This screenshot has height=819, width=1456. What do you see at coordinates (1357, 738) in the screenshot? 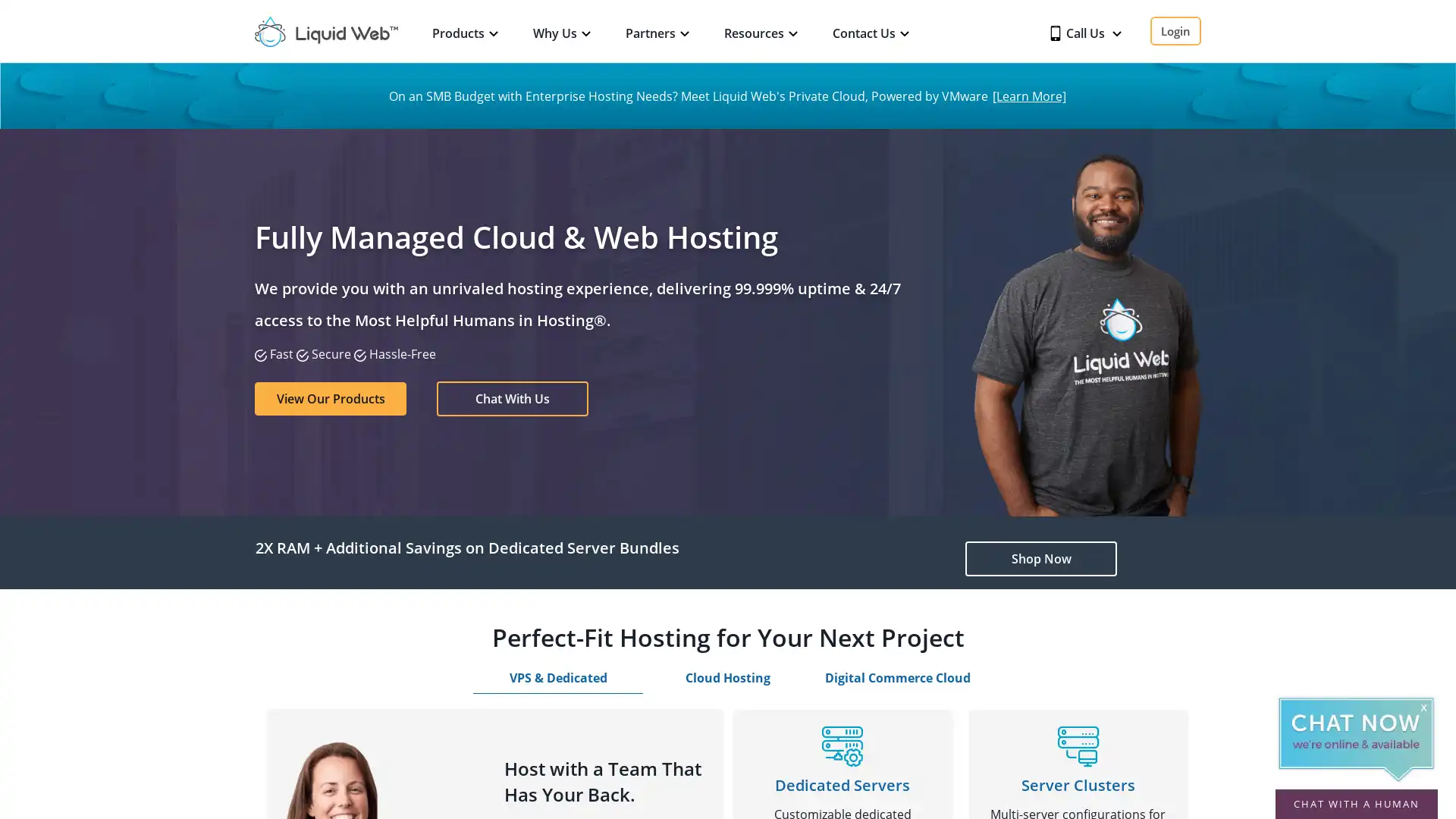
I see `Chat Now` at bounding box center [1357, 738].